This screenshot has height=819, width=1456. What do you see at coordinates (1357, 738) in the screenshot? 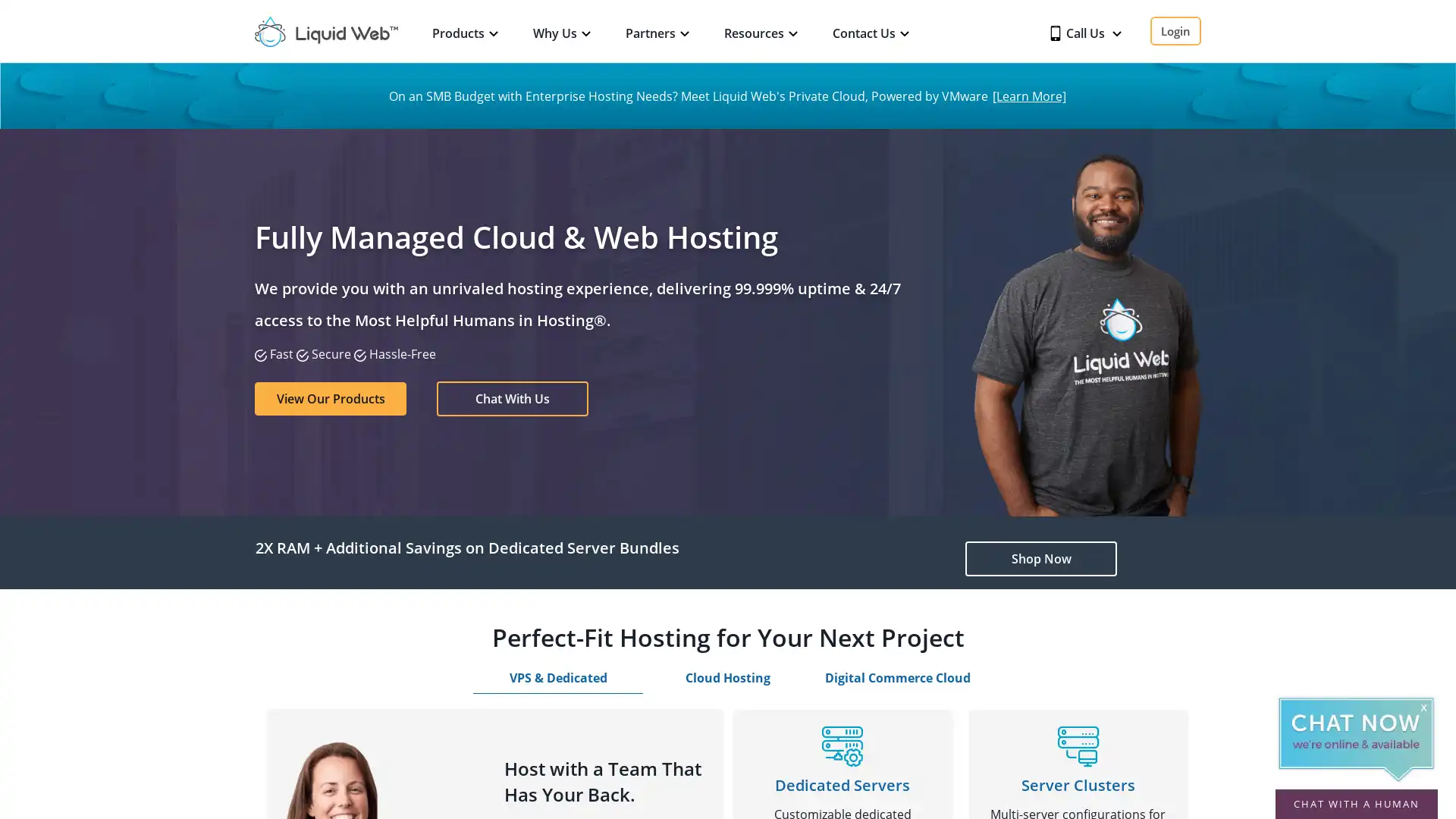
I see `Chat Now` at bounding box center [1357, 738].